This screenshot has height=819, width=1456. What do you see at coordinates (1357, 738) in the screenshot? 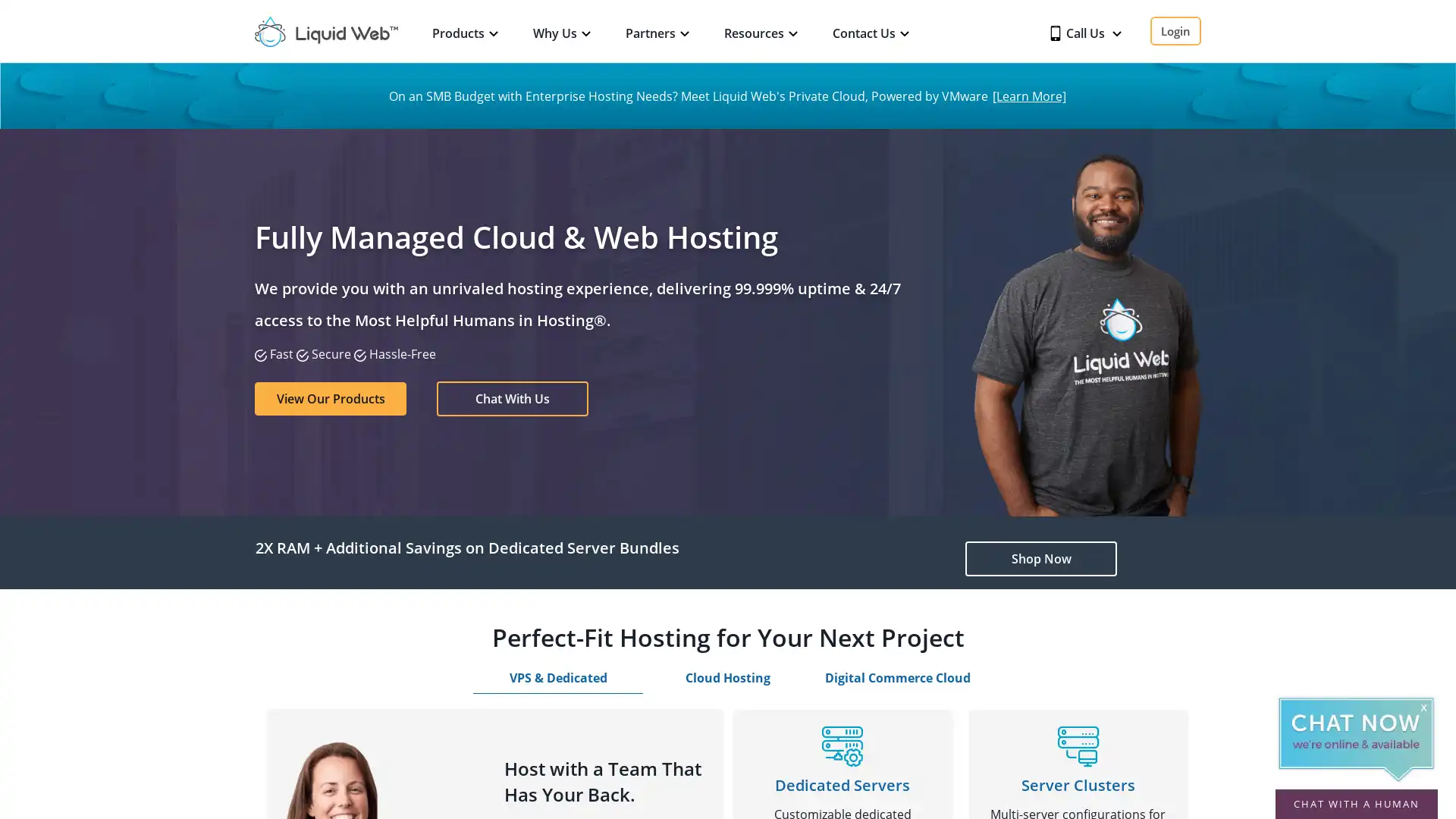
I see `Chat Now` at bounding box center [1357, 738].